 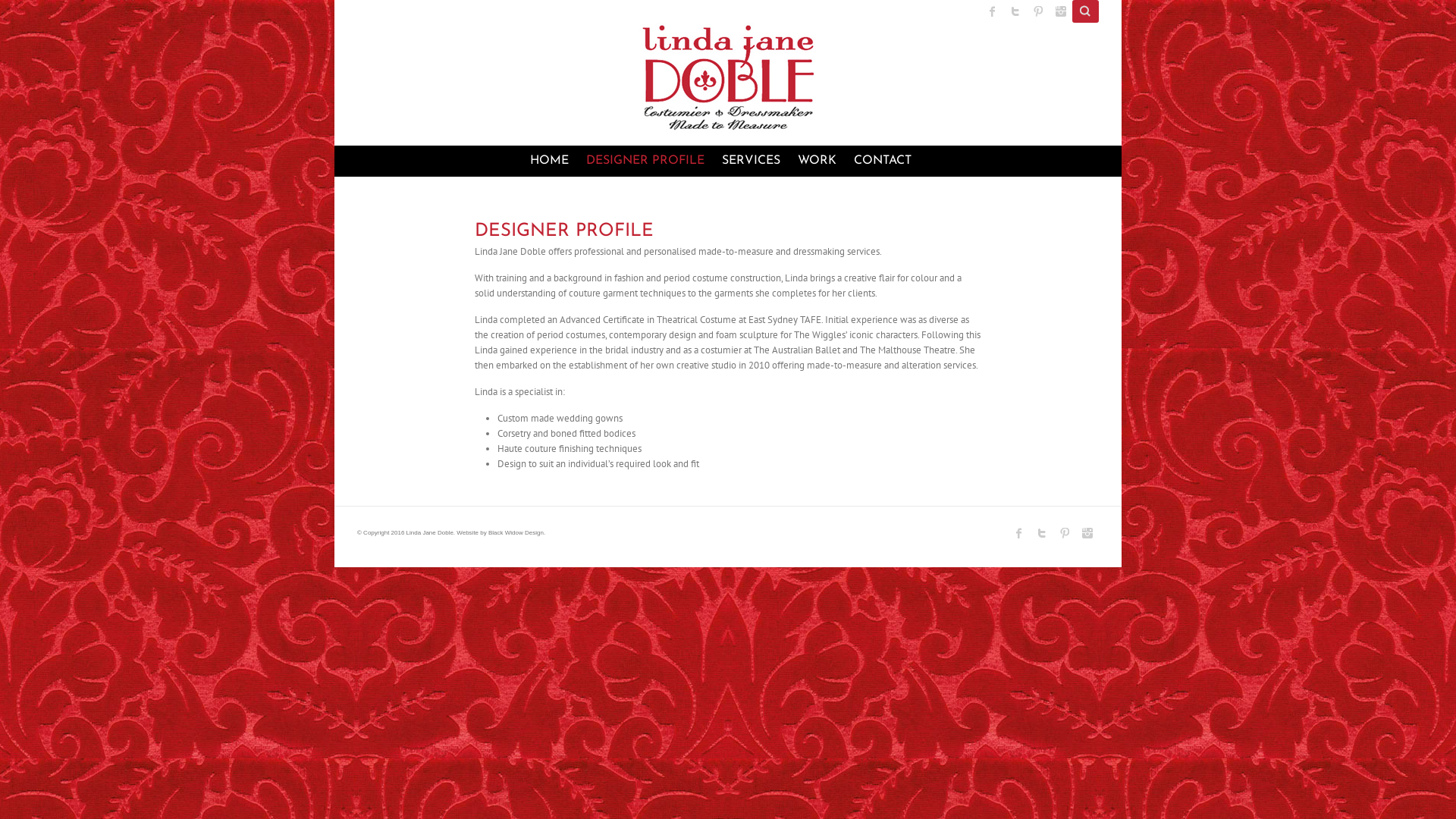 I want to click on 'CONTACT', so click(x=882, y=158).